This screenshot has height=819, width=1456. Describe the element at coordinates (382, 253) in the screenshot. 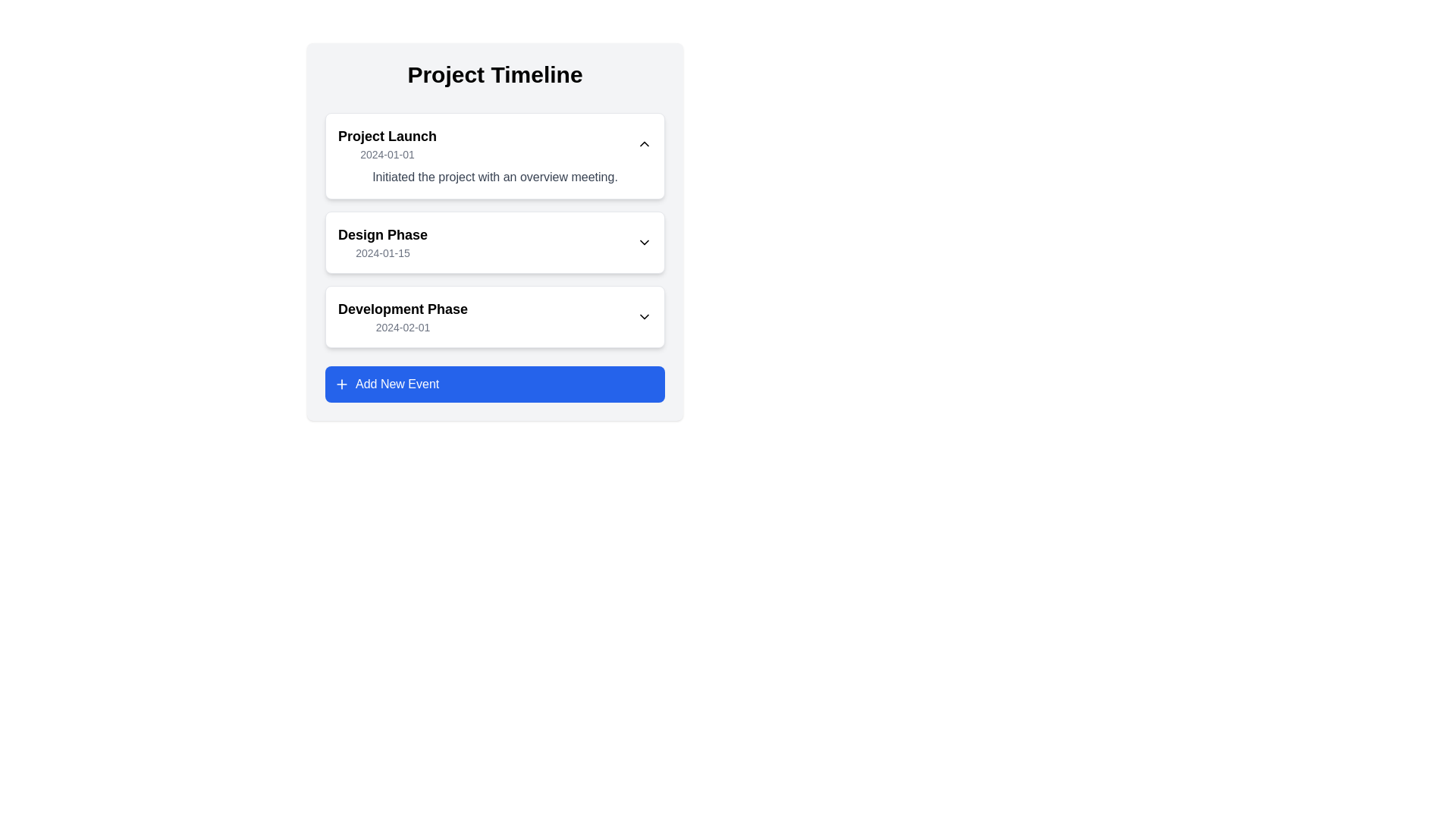

I see `the static text displaying the date for the 'Design Phase' located under the 'Design Phase' heading in the timeline interface` at that location.